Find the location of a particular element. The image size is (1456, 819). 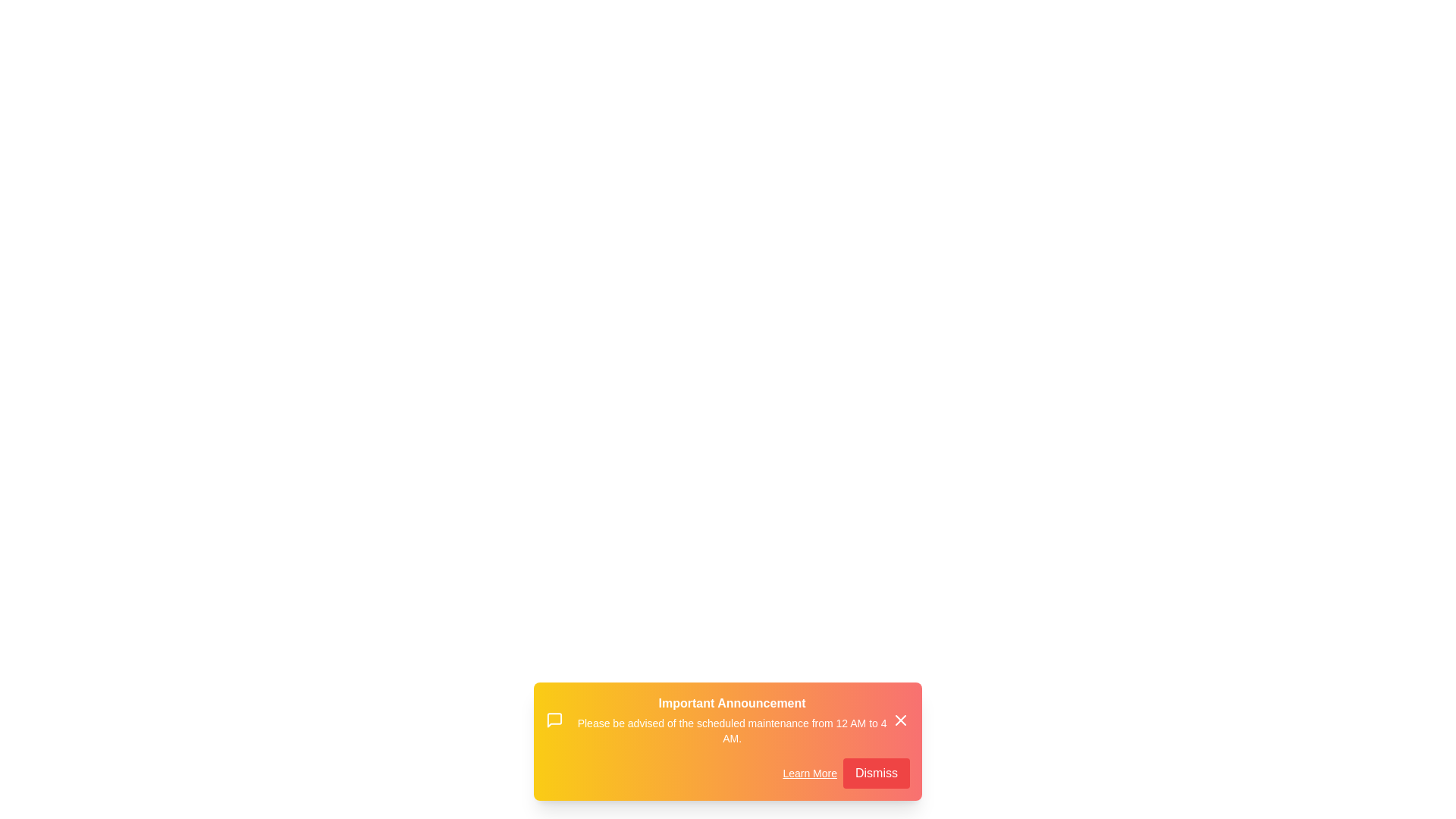

the dismiss button icon, which is an 'X' icon located in the bottom right corner of the notification box, within the red shaded section is located at coordinates (901, 719).